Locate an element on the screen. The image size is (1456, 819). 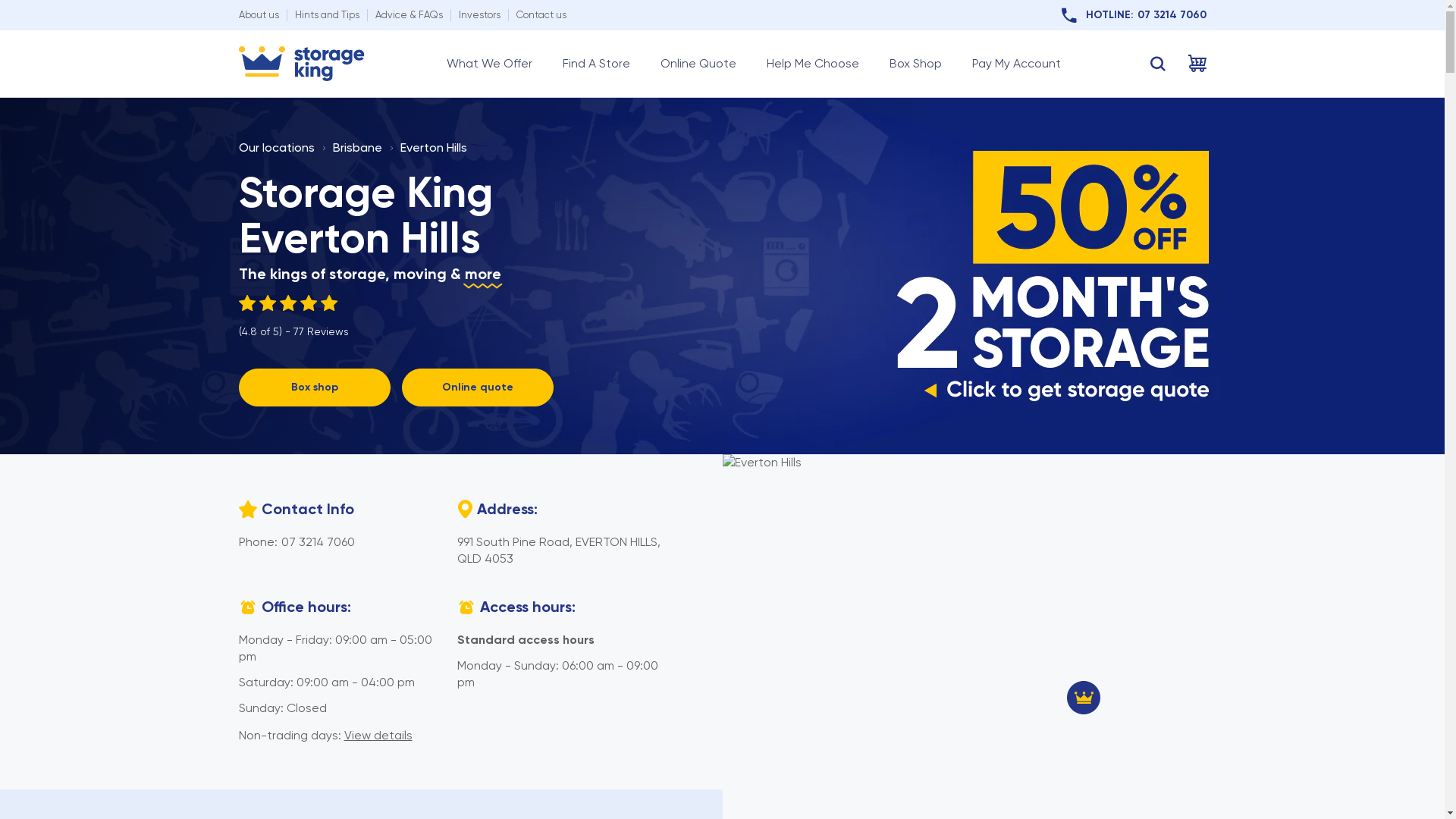
'About us' is located at coordinates (258, 14).